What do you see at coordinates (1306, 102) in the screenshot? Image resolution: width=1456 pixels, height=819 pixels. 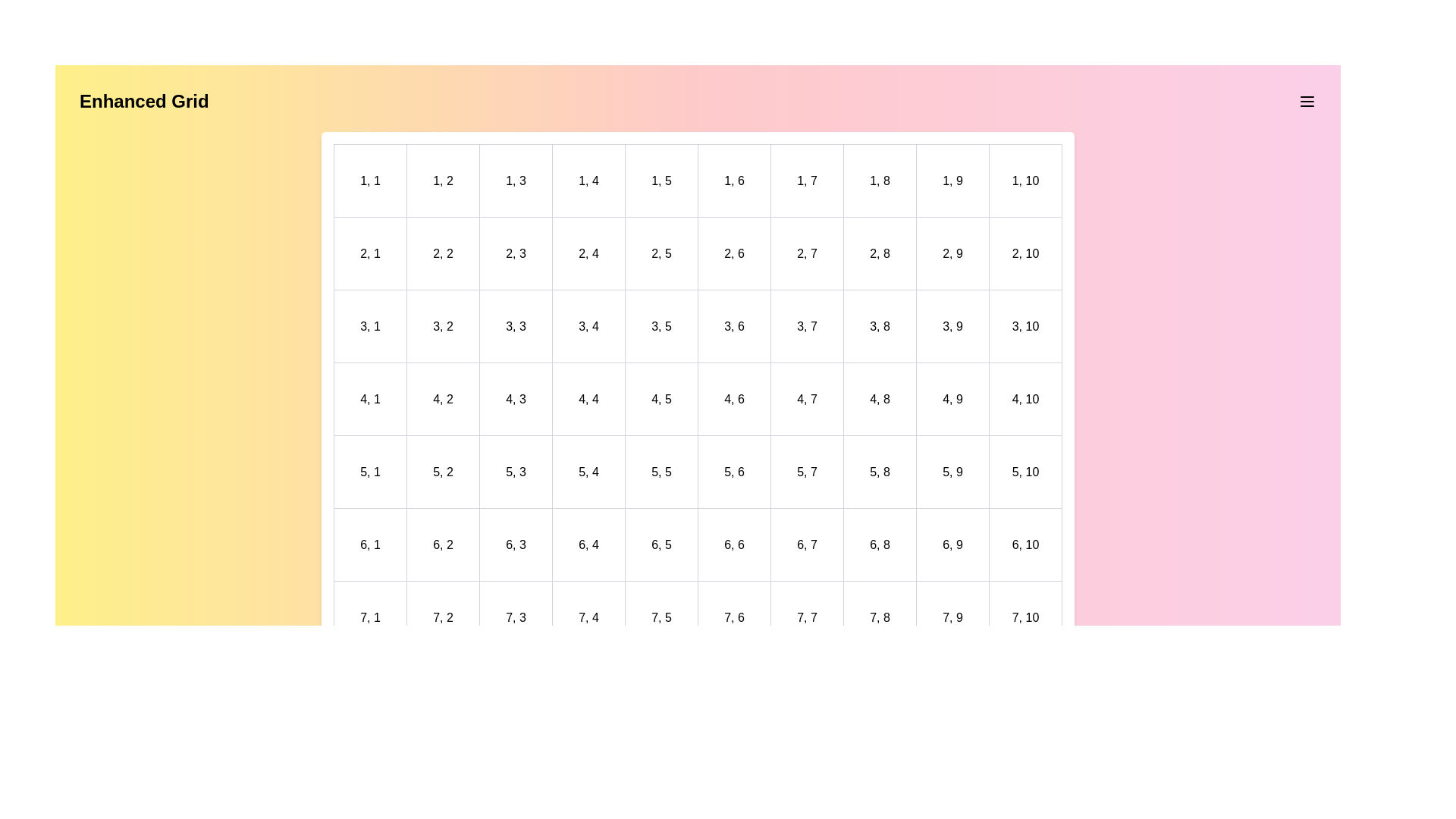 I see `the menu icon to open the menu` at bounding box center [1306, 102].